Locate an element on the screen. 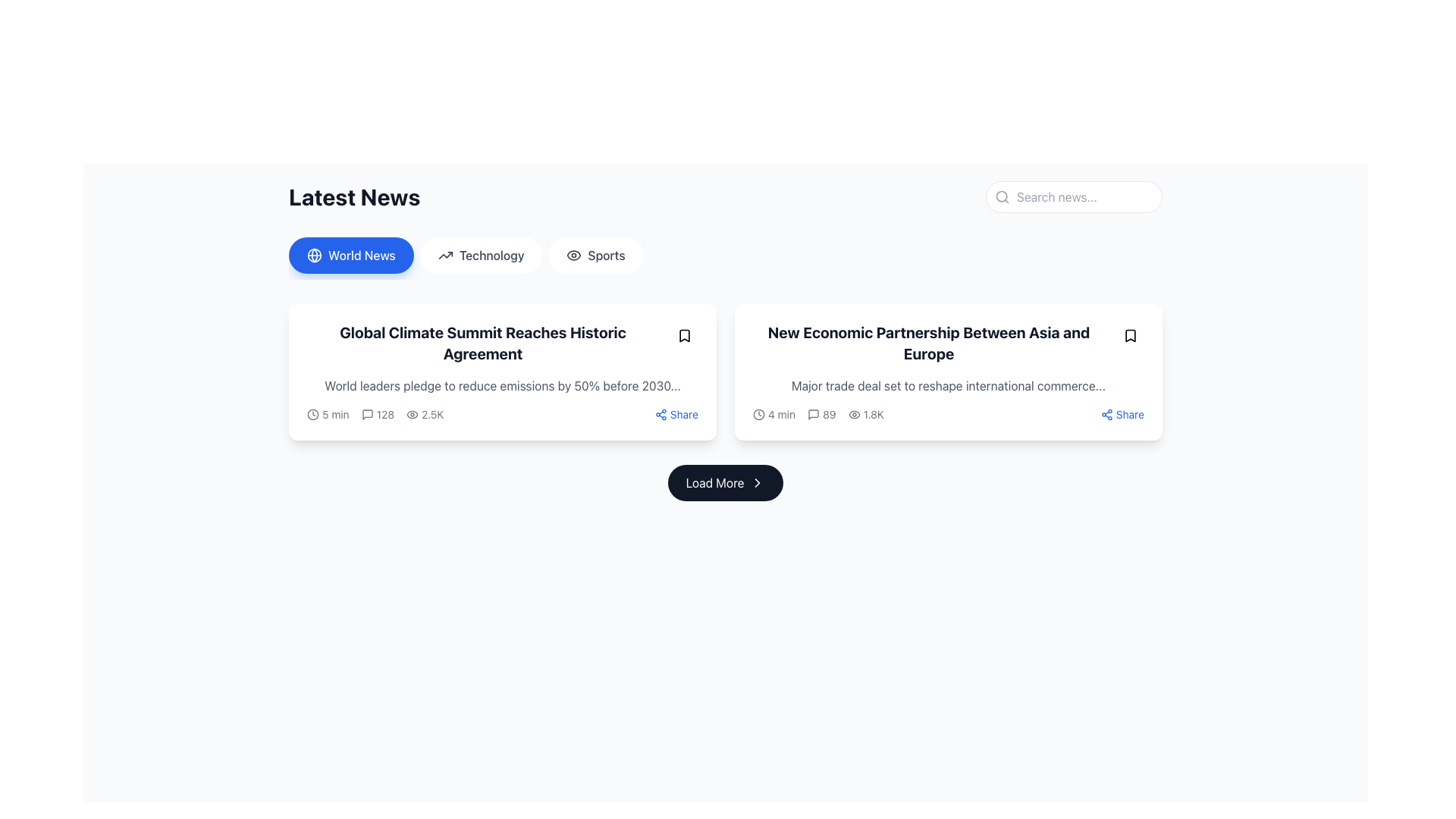 This screenshot has height=819, width=1456. the 'Technology' category selector button located in the horizontally scrollable row below the 'Latest News' heading is located at coordinates (480, 254).